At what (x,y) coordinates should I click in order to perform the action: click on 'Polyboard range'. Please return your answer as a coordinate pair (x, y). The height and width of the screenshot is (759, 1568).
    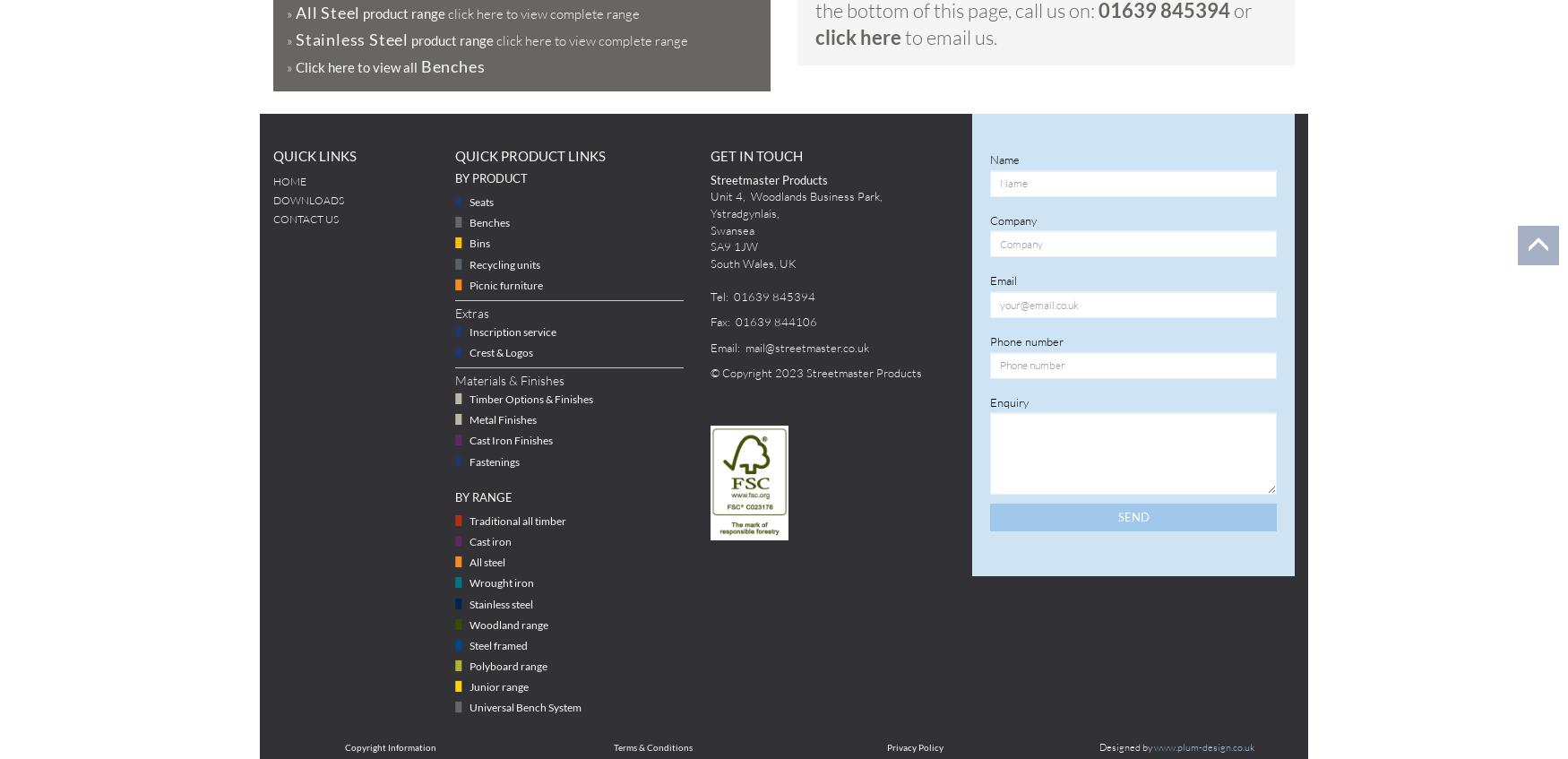
    Looking at the image, I should click on (508, 664).